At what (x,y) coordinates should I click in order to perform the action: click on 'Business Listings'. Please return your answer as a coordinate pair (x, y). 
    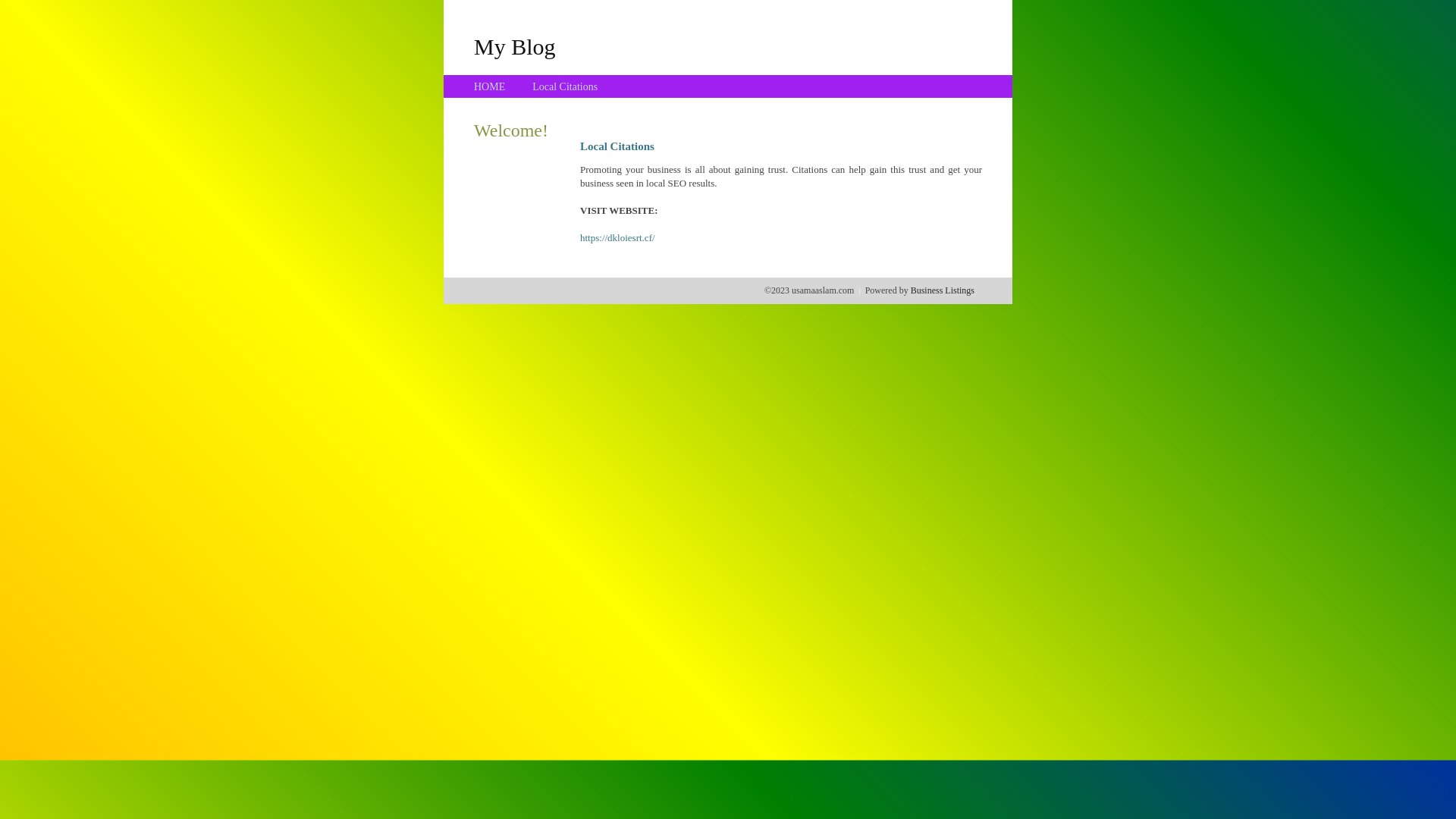
    Looking at the image, I should click on (942, 290).